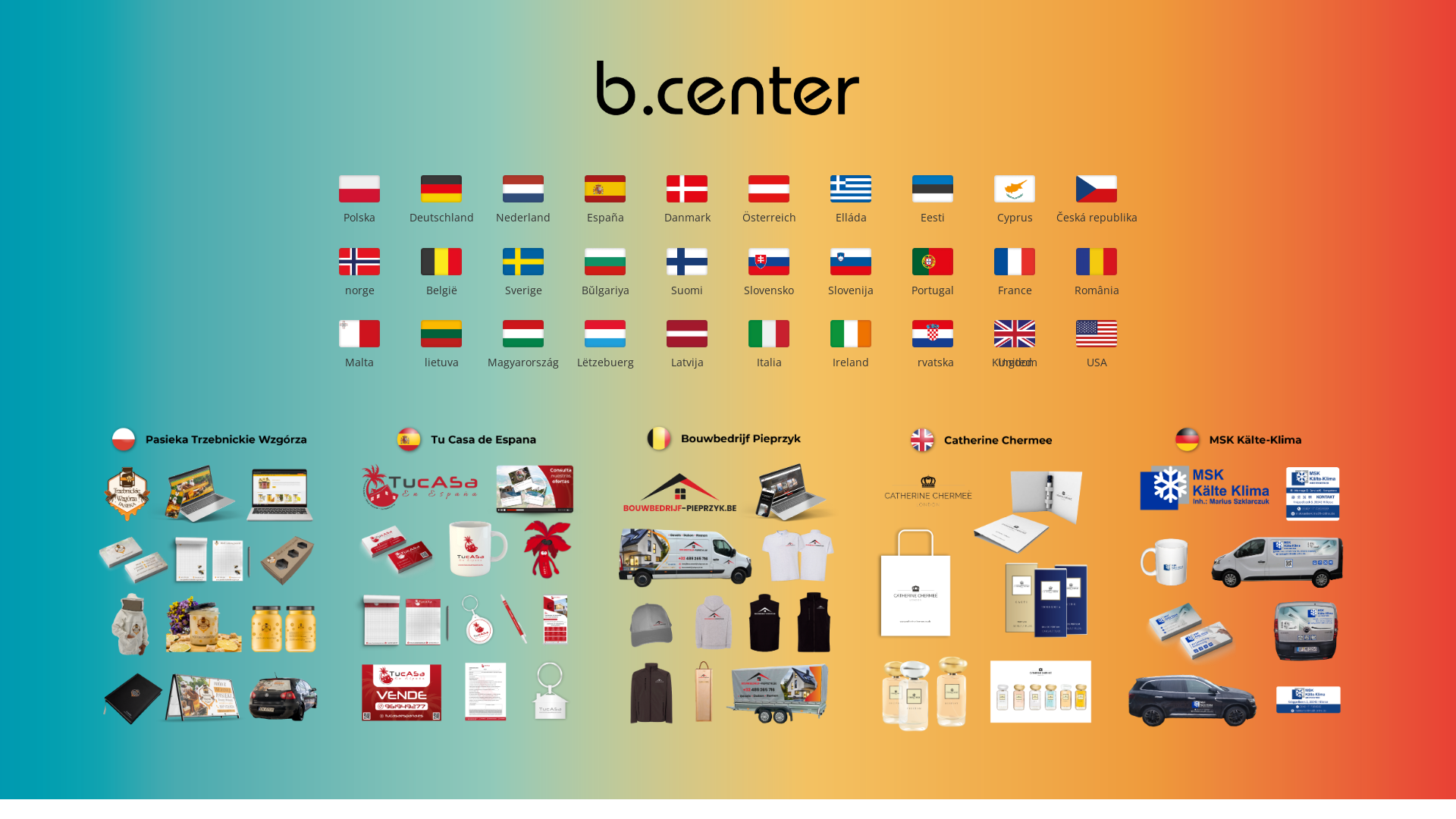 This screenshot has height=819, width=1456. I want to click on 'Nederland', so click(523, 217).